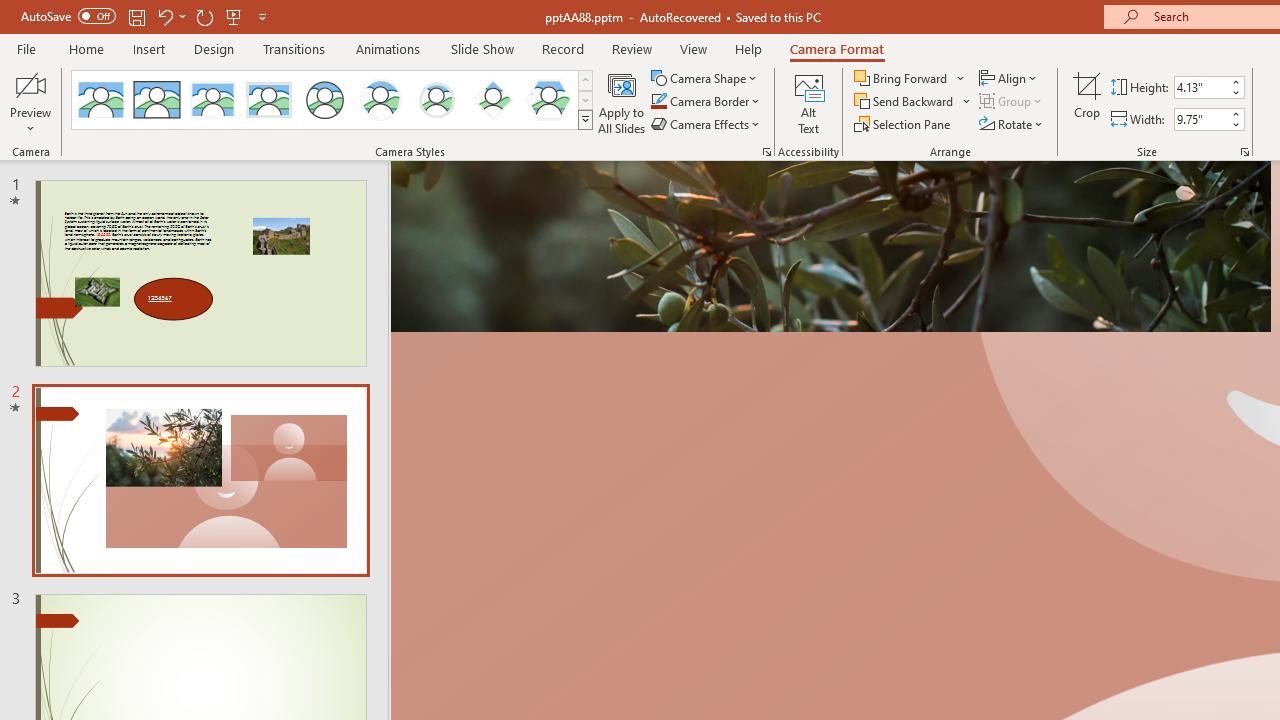 The width and height of the screenshot is (1280, 720). Describe the element at coordinates (705, 77) in the screenshot. I see `'Camera Shape'` at that location.